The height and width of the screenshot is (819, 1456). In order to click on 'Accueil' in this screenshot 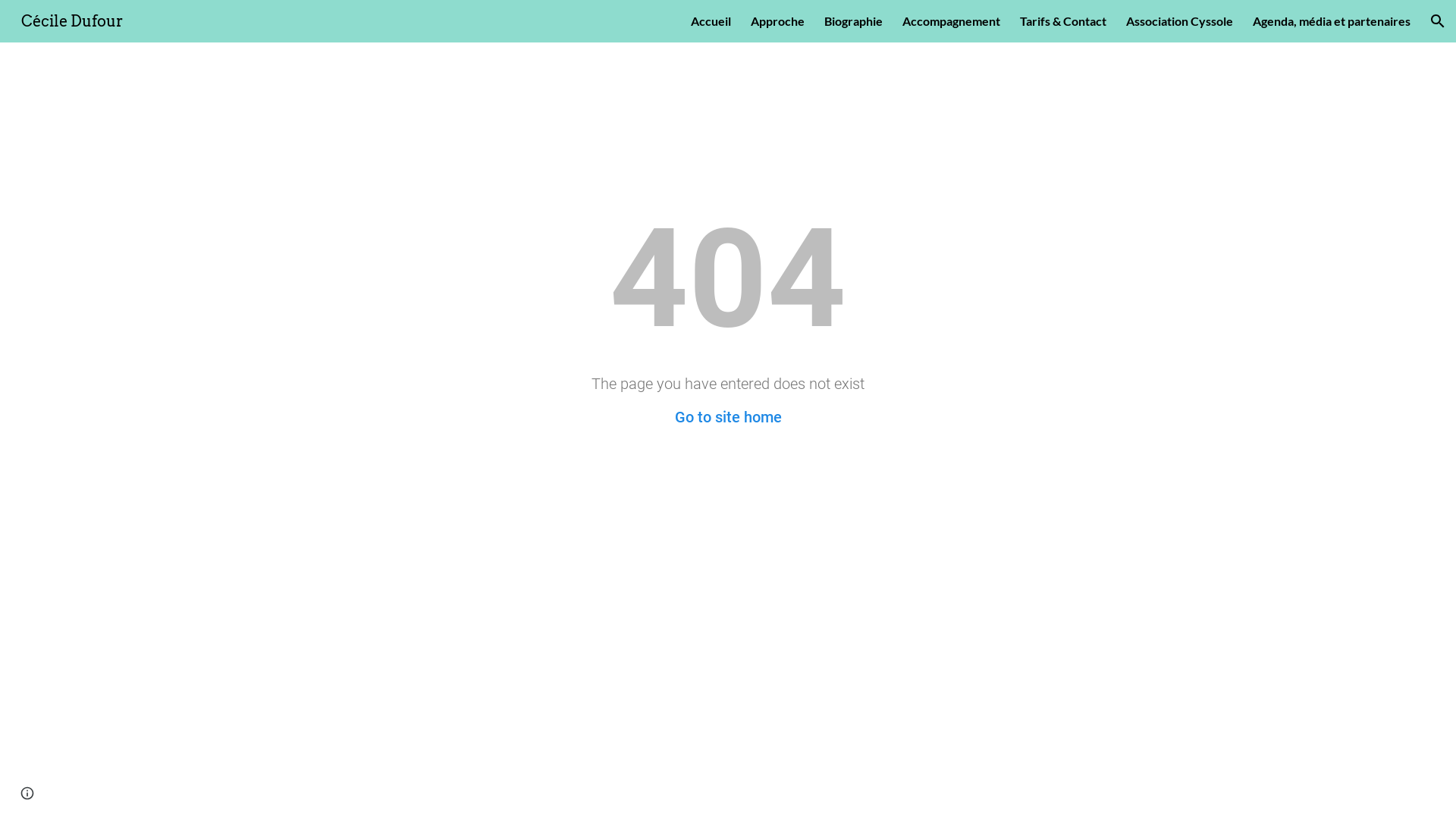, I will do `click(710, 20)`.